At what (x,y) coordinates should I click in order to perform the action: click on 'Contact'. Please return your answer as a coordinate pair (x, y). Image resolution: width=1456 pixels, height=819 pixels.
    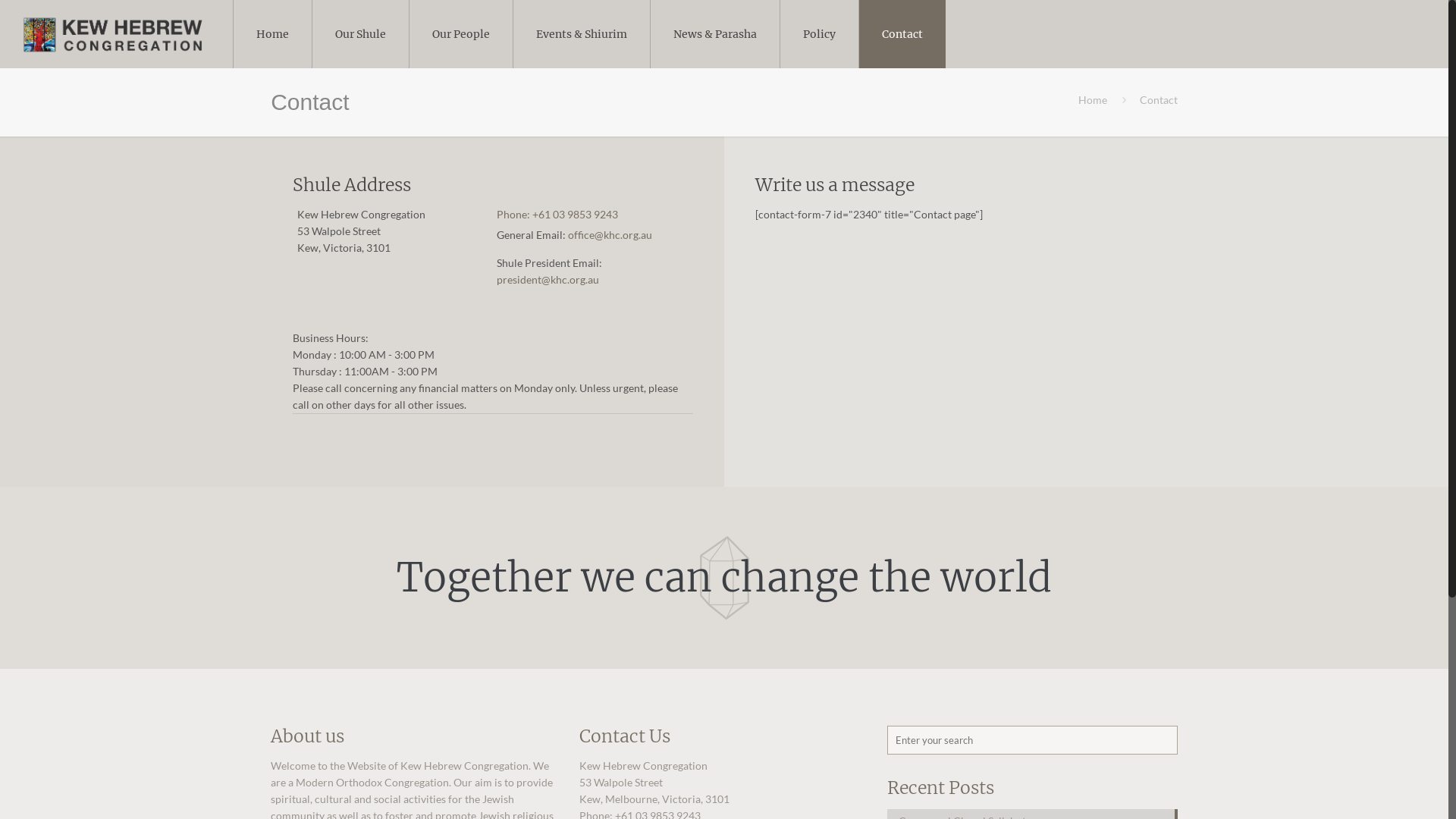
    Looking at the image, I should click on (902, 34).